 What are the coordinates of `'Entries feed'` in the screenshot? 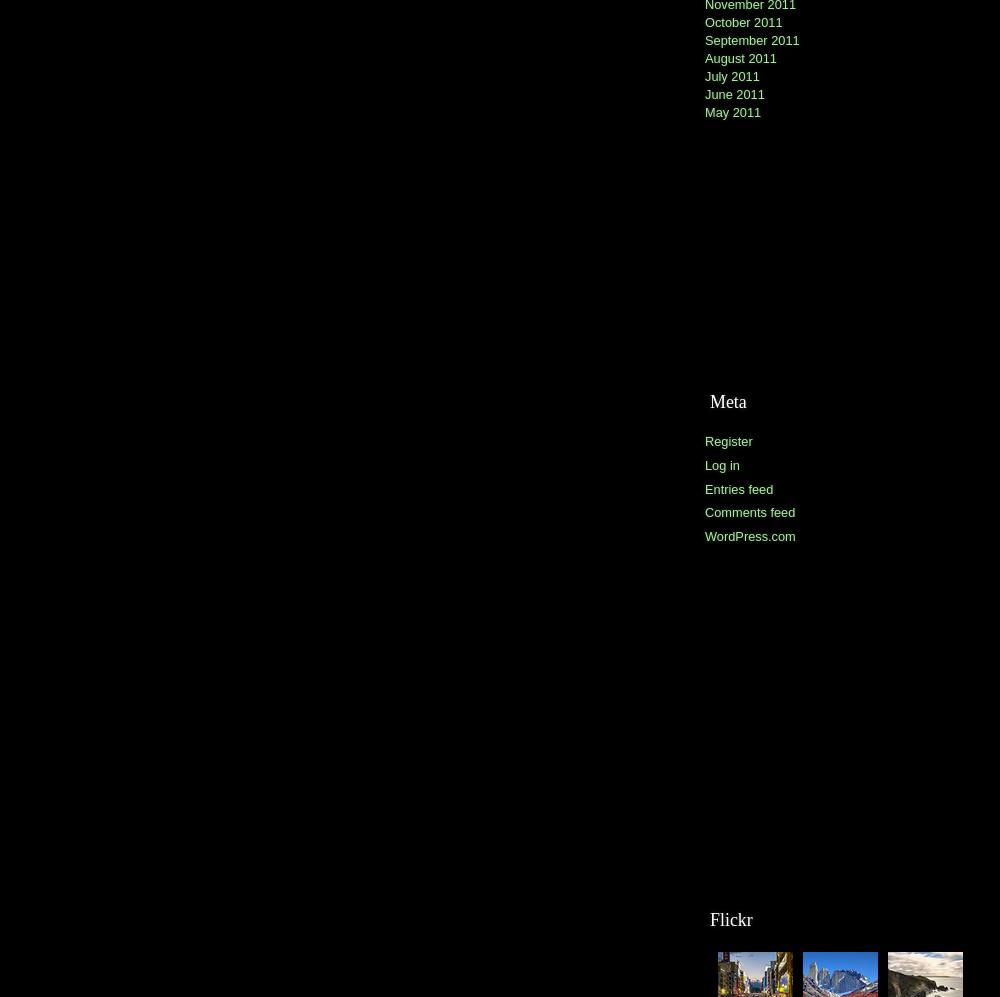 It's located at (738, 488).